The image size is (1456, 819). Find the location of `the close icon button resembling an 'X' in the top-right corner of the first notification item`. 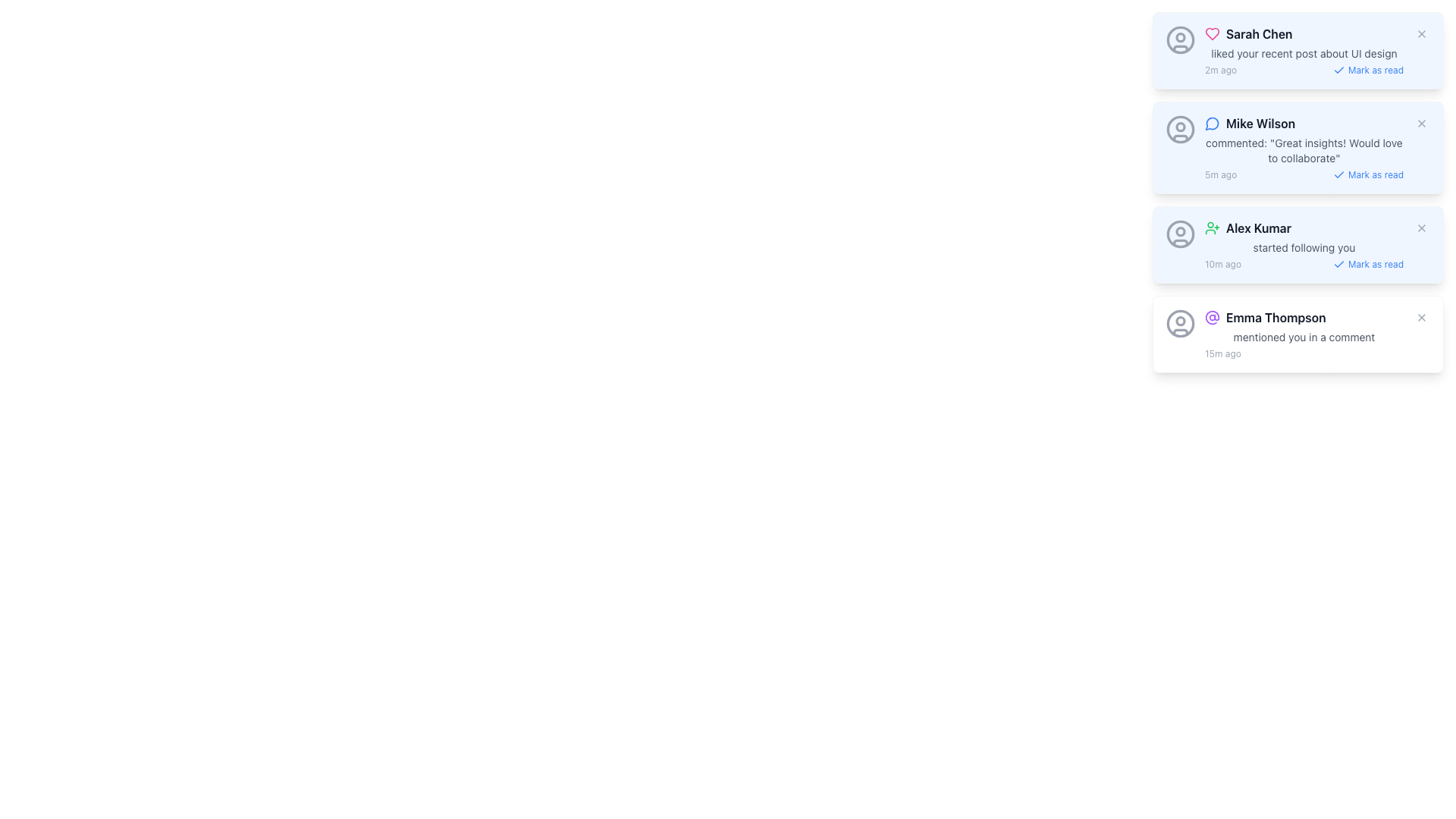

the close icon button resembling an 'X' in the top-right corner of the first notification item is located at coordinates (1421, 34).